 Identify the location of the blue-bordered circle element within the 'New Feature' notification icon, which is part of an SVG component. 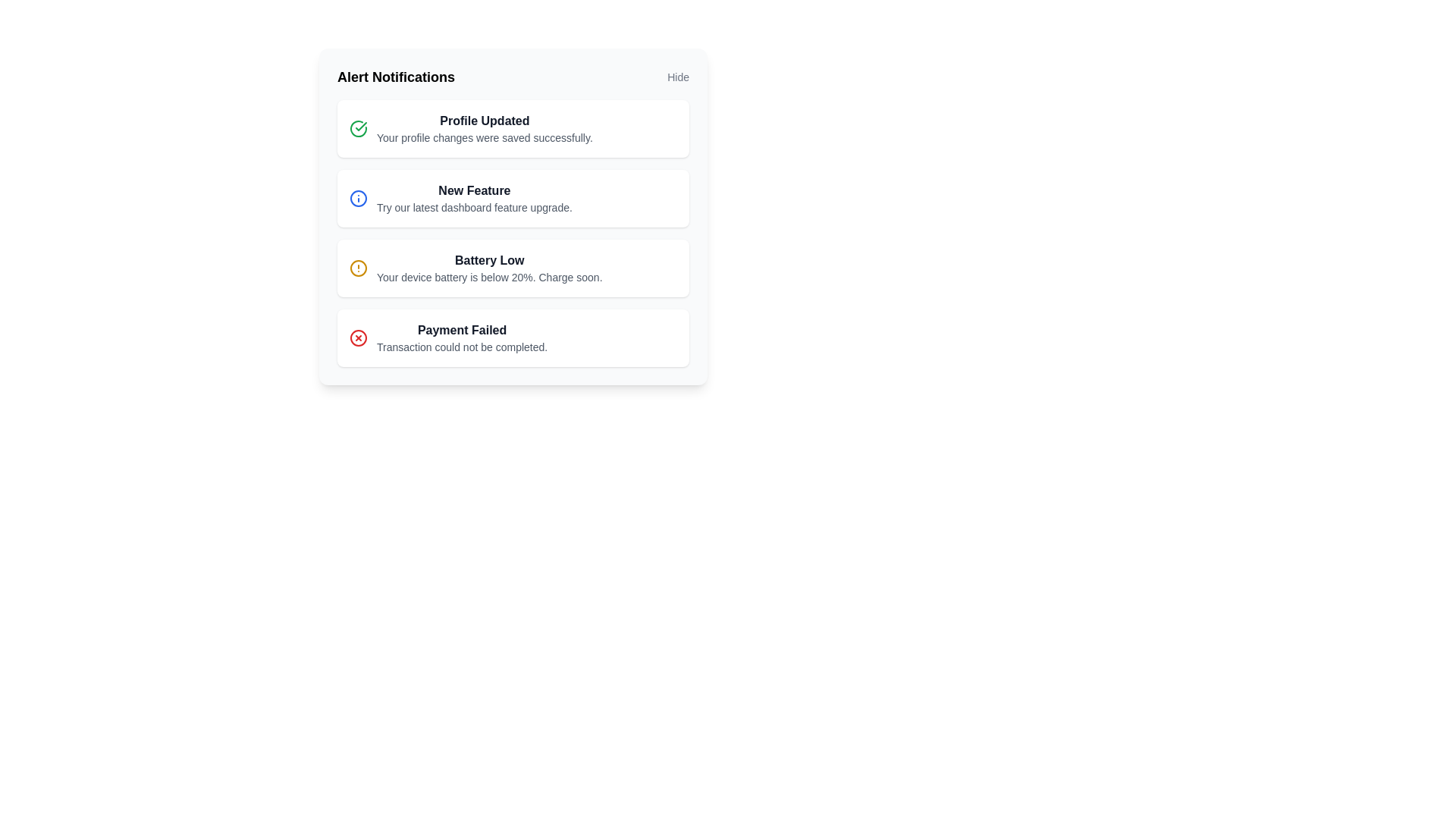
(358, 198).